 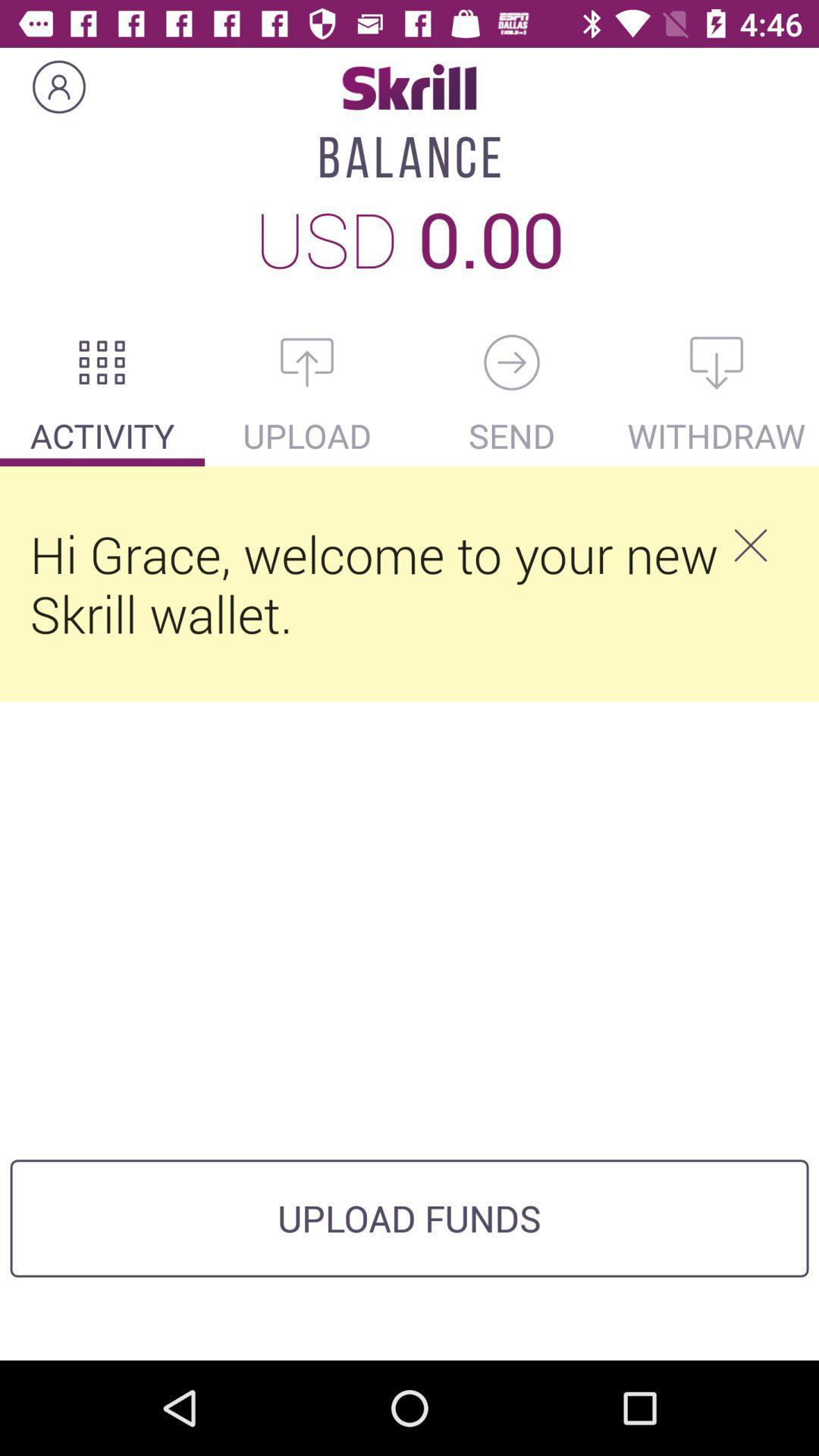 I want to click on the upload funds icon, so click(x=409, y=1218).